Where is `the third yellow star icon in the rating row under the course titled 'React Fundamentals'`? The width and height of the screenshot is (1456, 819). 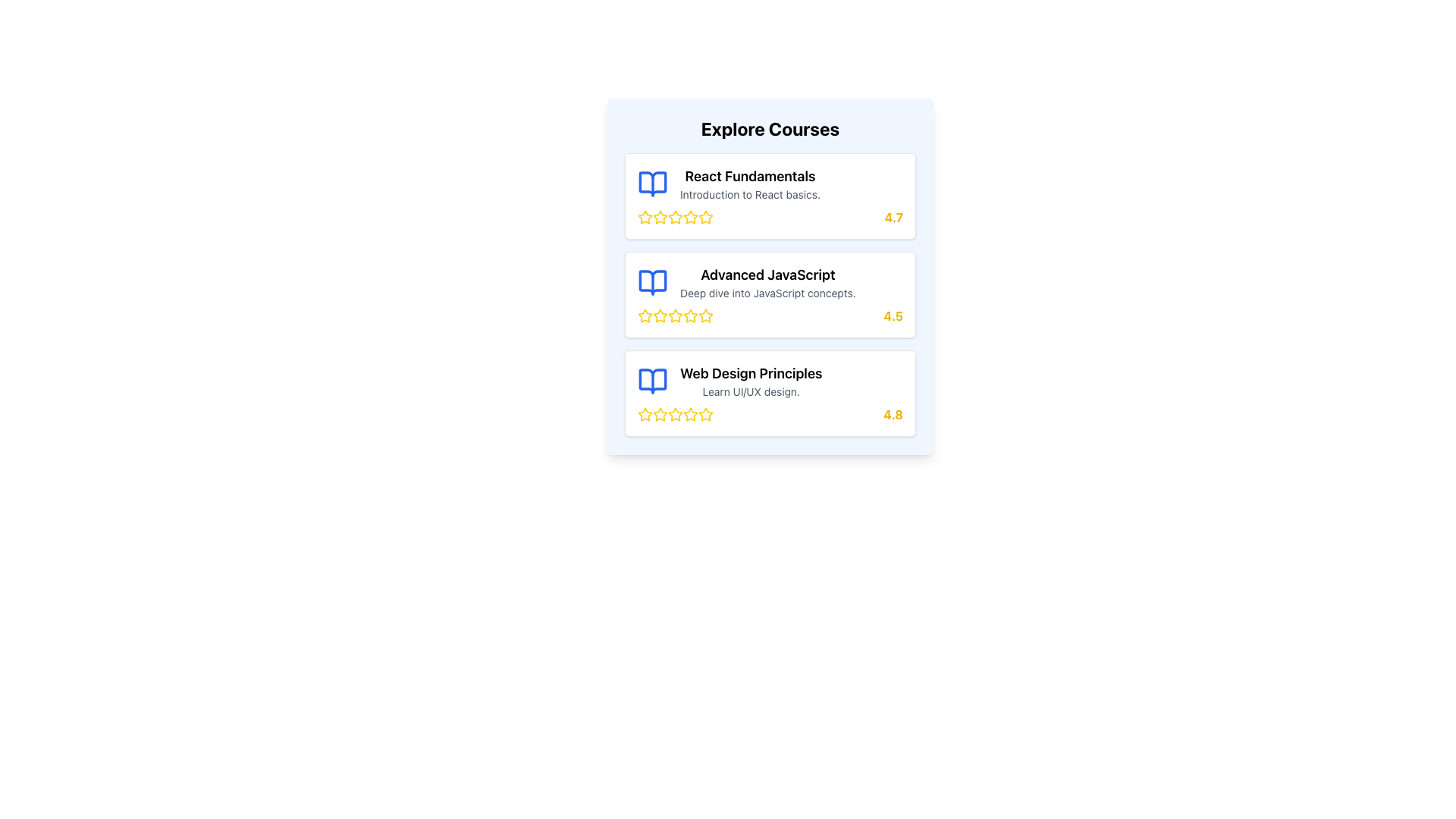 the third yellow star icon in the rating row under the course titled 'React Fundamentals' is located at coordinates (675, 217).